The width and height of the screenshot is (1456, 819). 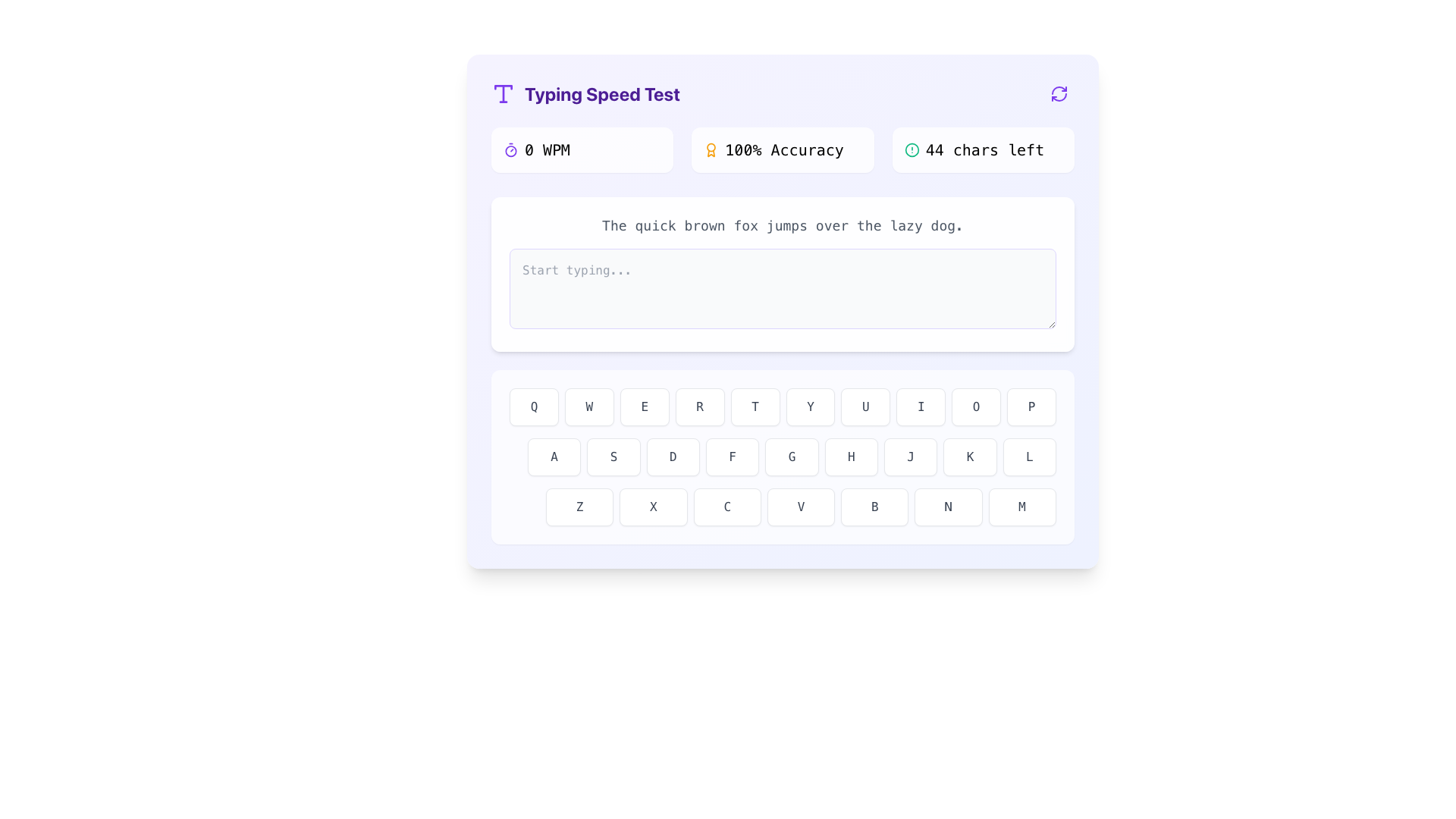 What do you see at coordinates (920, 406) in the screenshot?
I see `the virtual keyboard button for the letter 'I' to input the letter 'I'` at bounding box center [920, 406].